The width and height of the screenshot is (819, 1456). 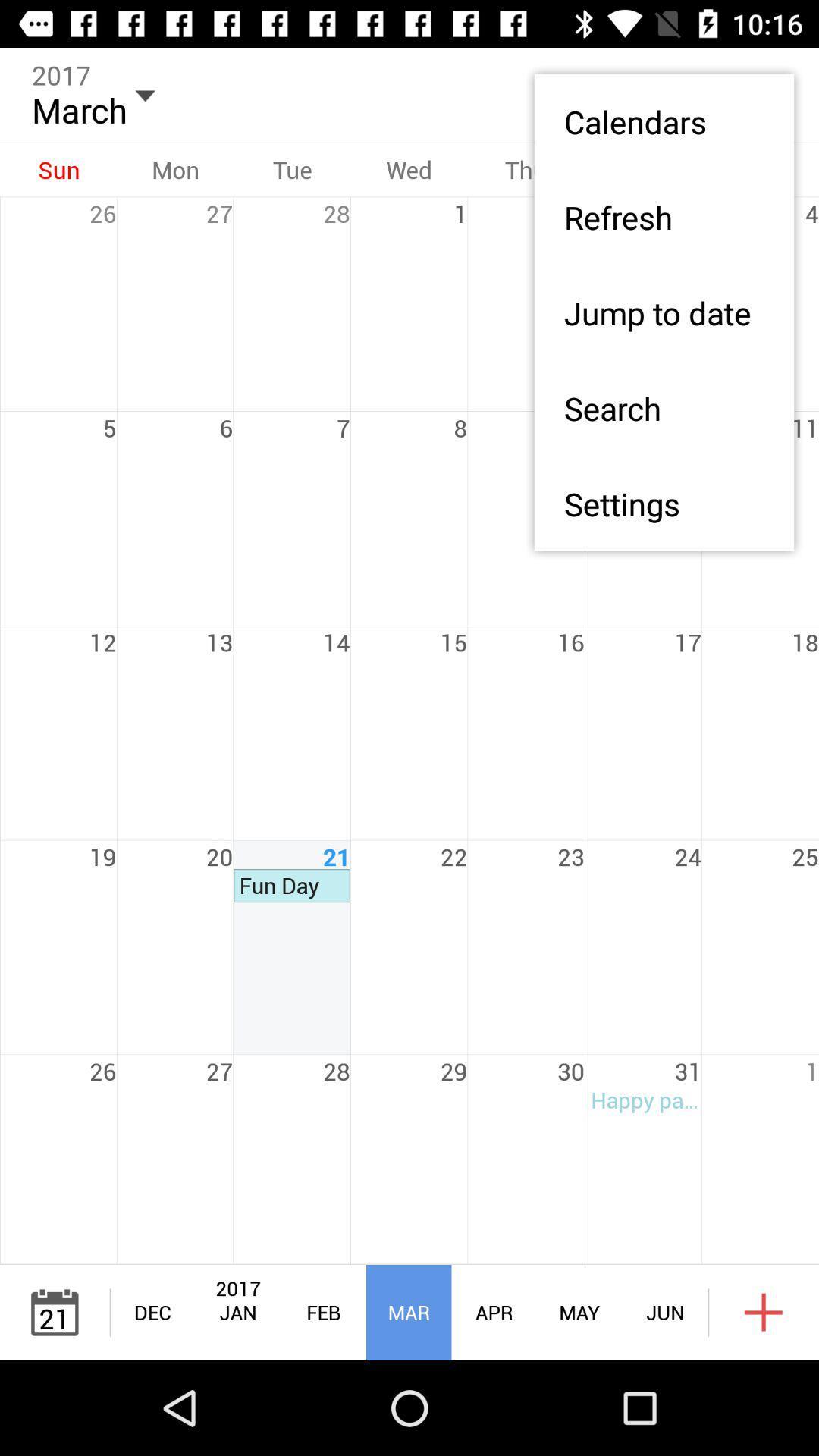 What do you see at coordinates (663, 504) in the screenshot?
I see `the settings item` at bounding box center [663, 504].